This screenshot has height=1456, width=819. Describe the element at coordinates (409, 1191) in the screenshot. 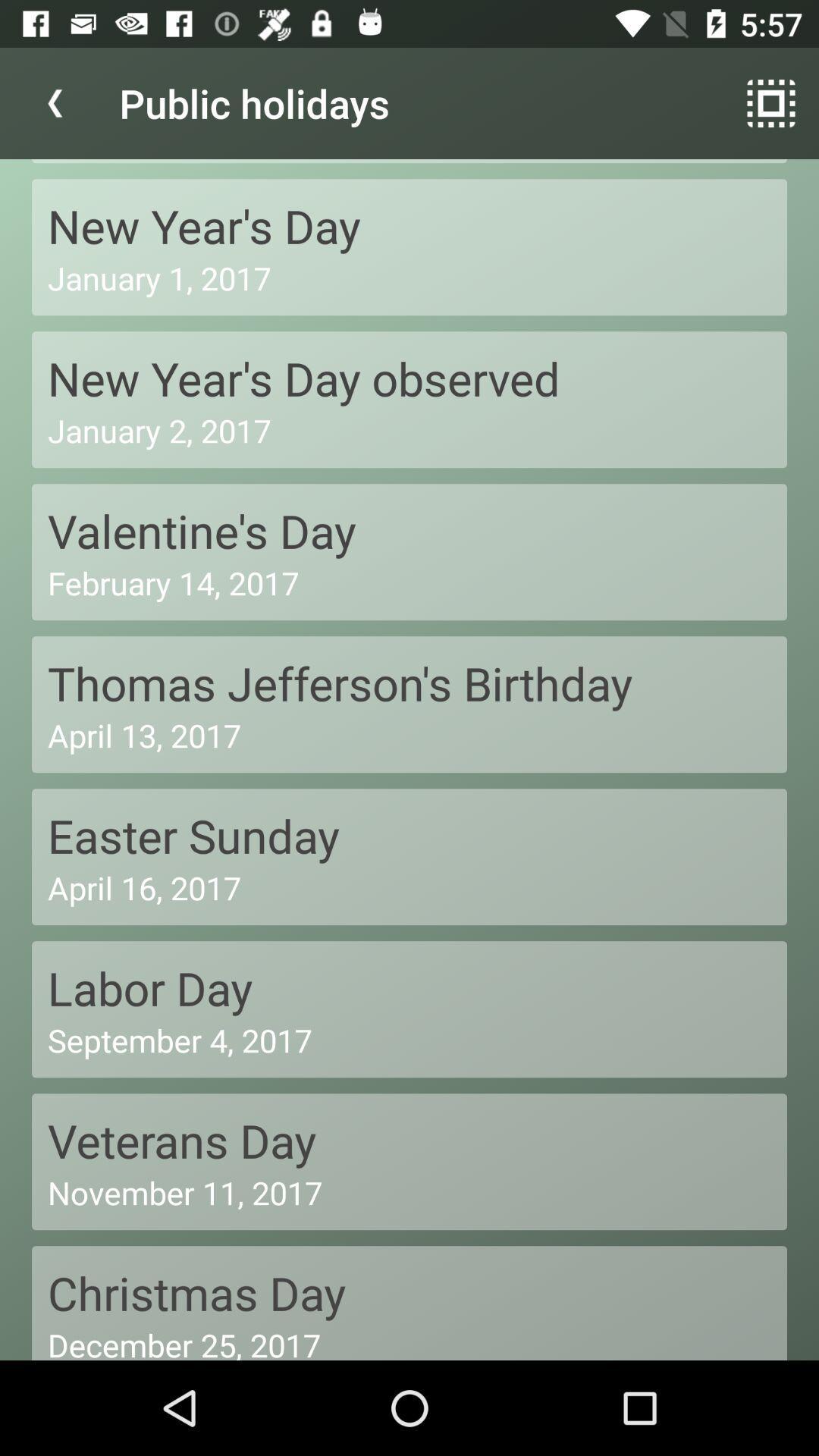

I see `the november 11, 2017` at that location.